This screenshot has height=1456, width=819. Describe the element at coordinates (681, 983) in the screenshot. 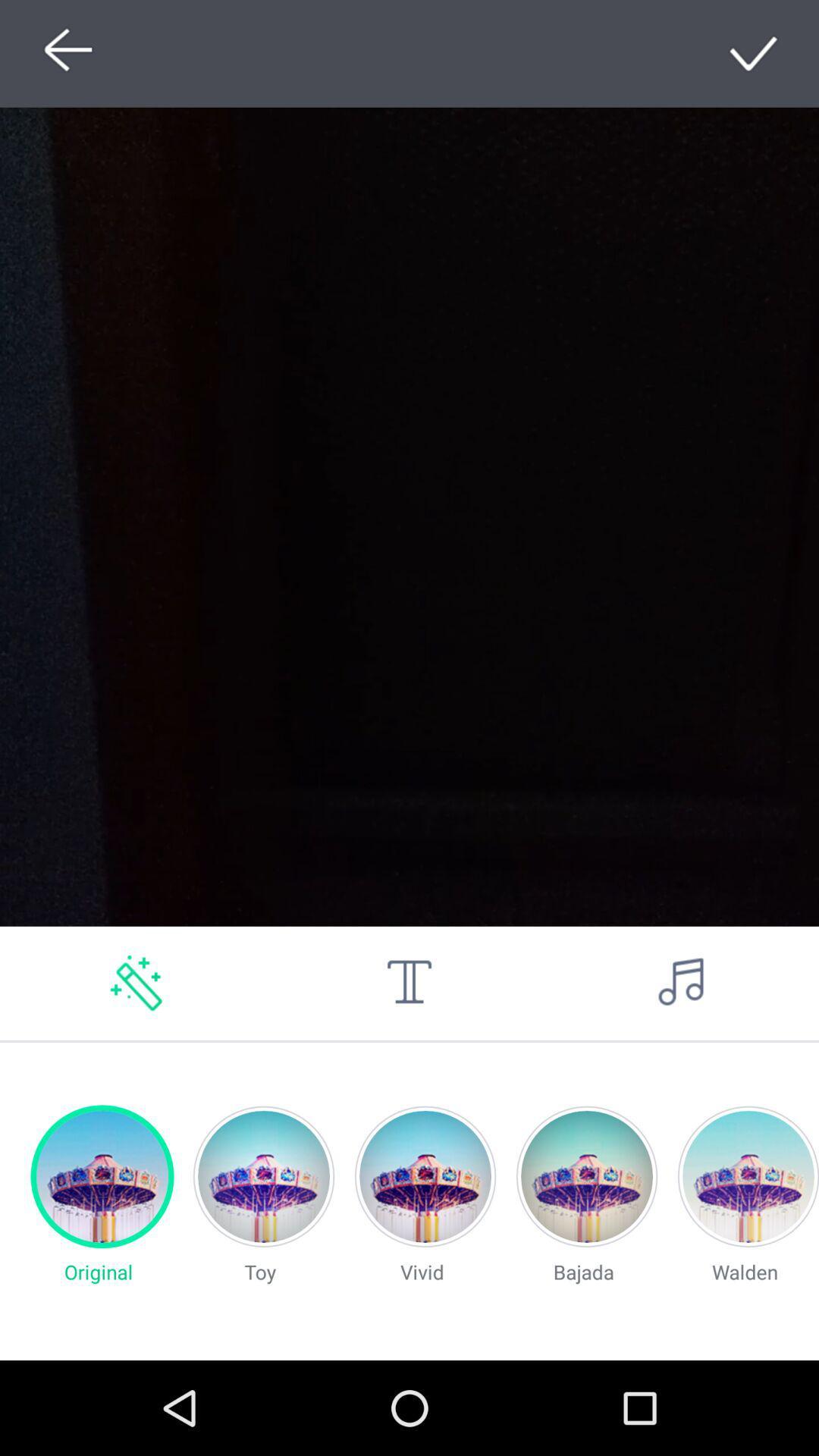

I see `music` at that location.